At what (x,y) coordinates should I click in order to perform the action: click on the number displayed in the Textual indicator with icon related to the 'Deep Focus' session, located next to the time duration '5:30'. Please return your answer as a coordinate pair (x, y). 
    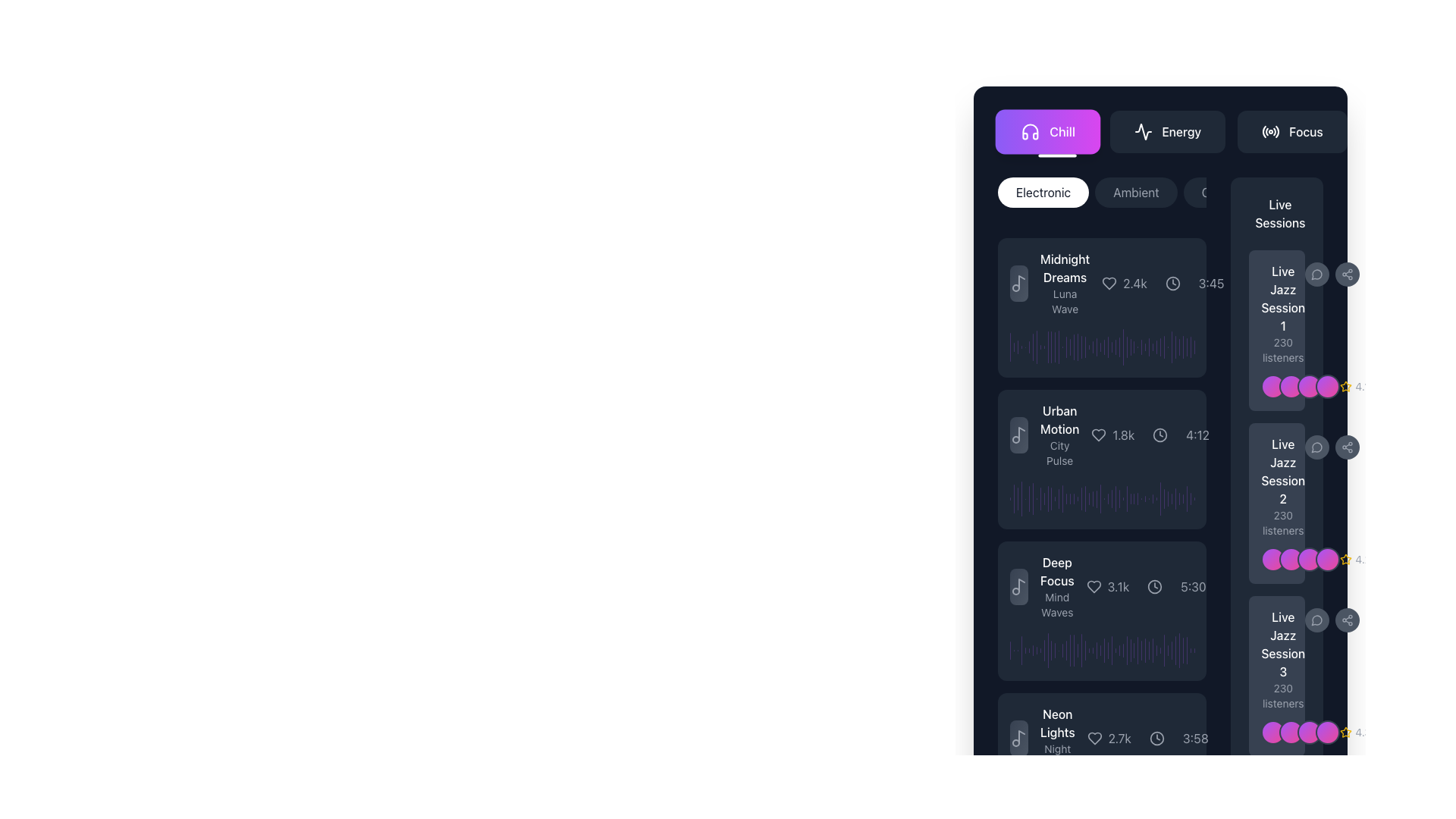
    Looking at the image, I should click on (1107, 586).